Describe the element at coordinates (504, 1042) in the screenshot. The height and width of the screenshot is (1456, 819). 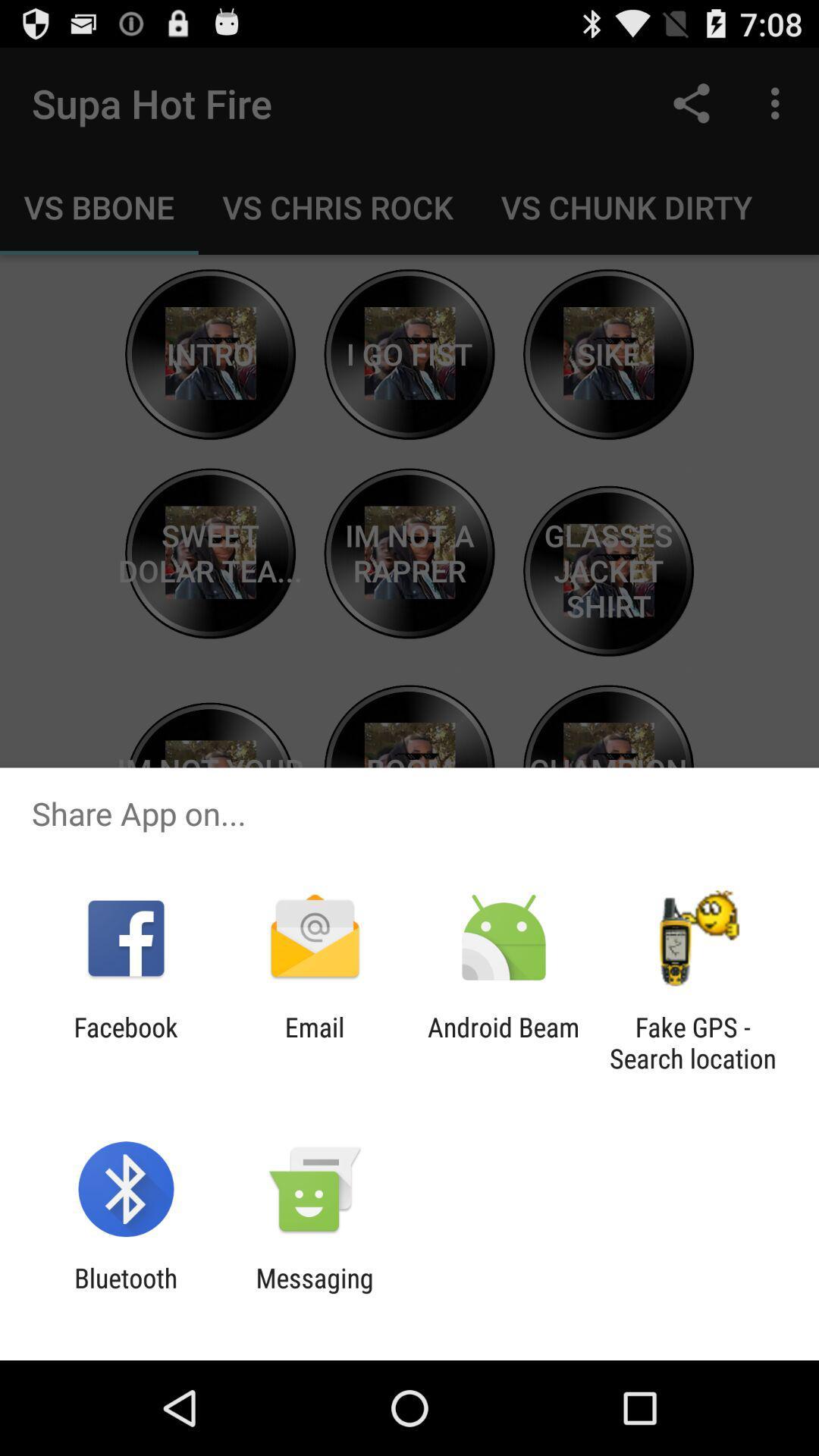
I see `the android beam icon` at that location.